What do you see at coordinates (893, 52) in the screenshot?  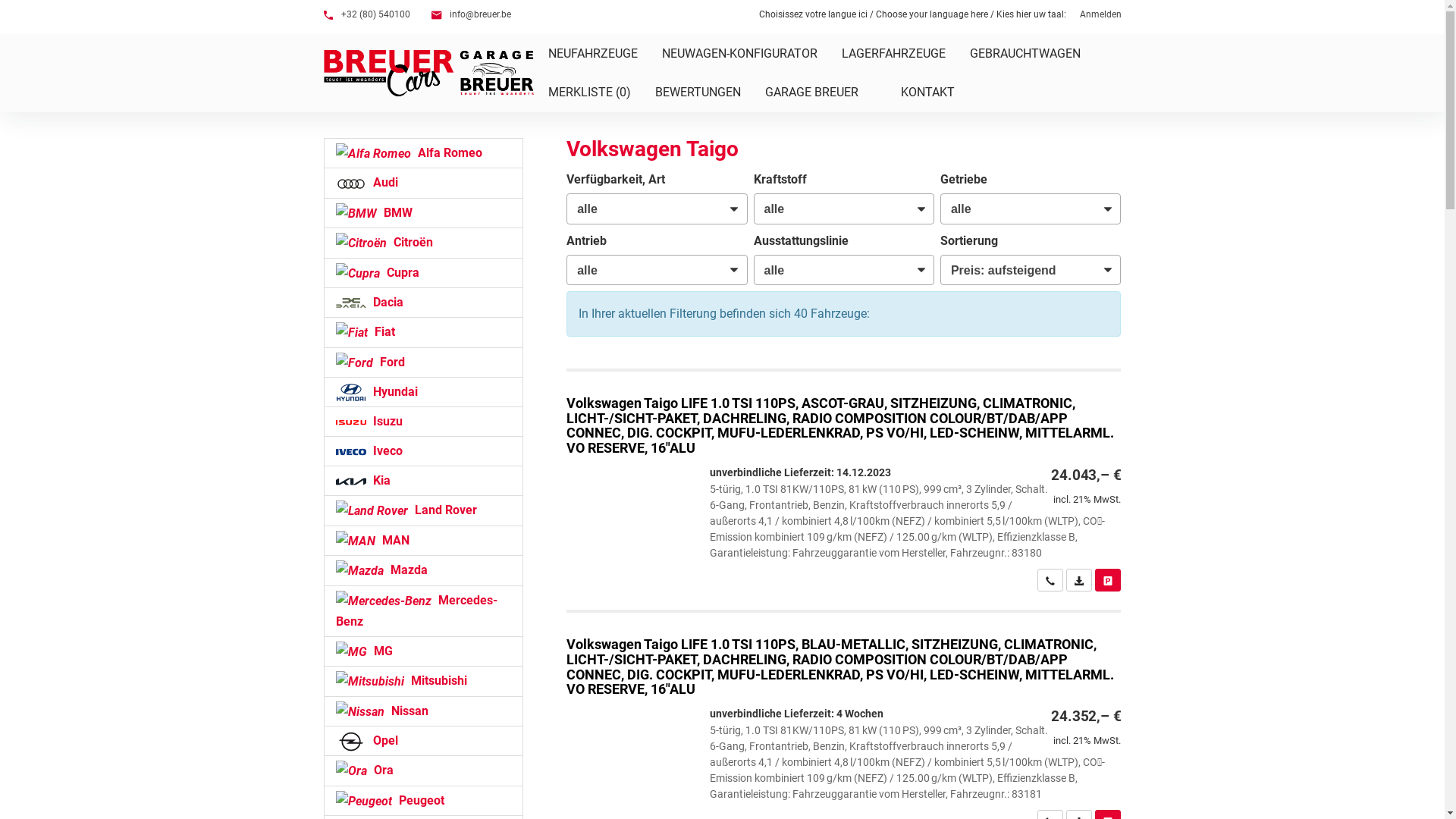 I see `'LAGERFAHRZEUGE'` at bounding box center [893, 52].